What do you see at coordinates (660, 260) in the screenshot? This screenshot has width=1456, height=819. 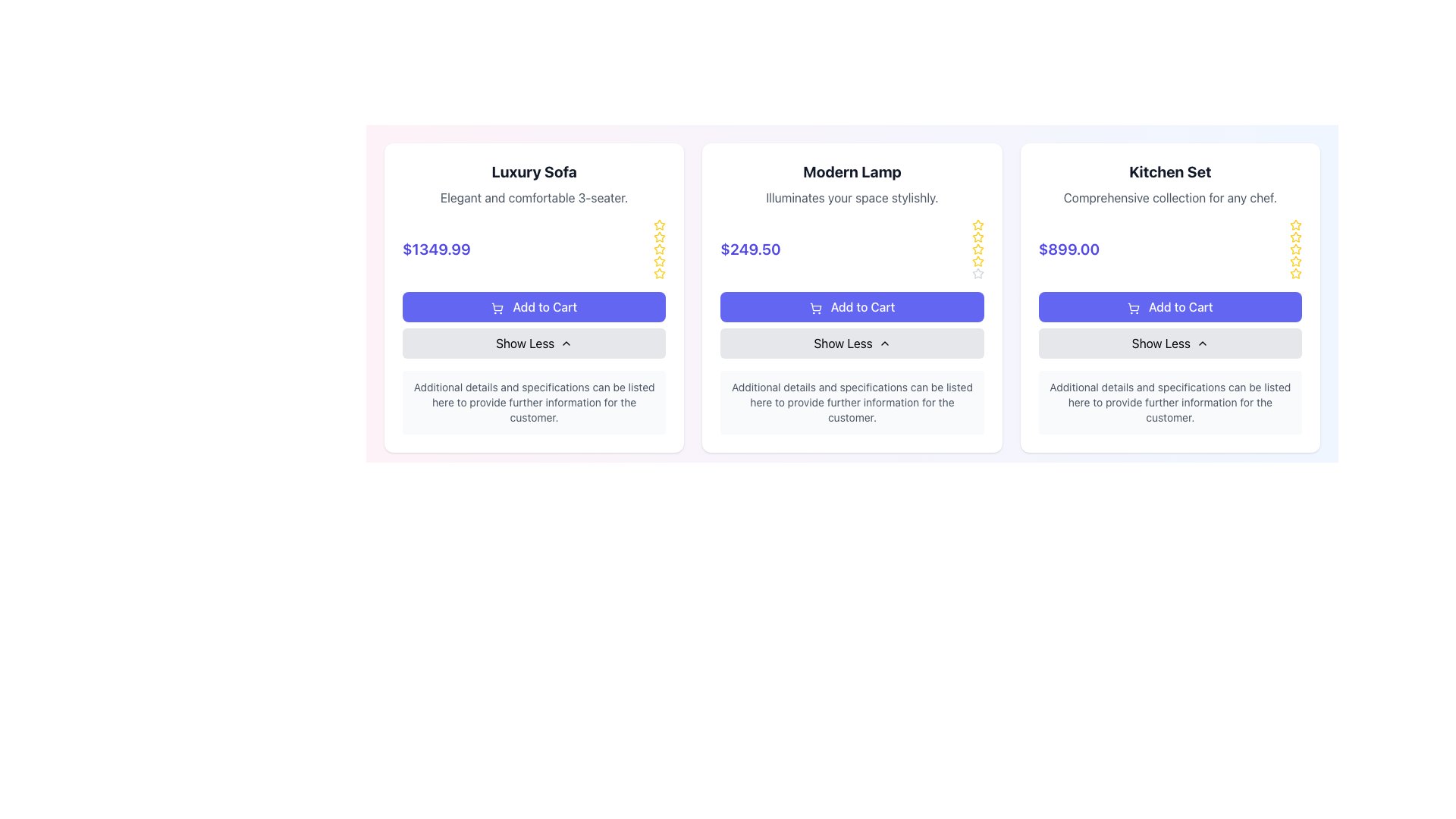 I see `the fourth star-shaped icon in the vertical column of stars` at bounding box center [660, 260].